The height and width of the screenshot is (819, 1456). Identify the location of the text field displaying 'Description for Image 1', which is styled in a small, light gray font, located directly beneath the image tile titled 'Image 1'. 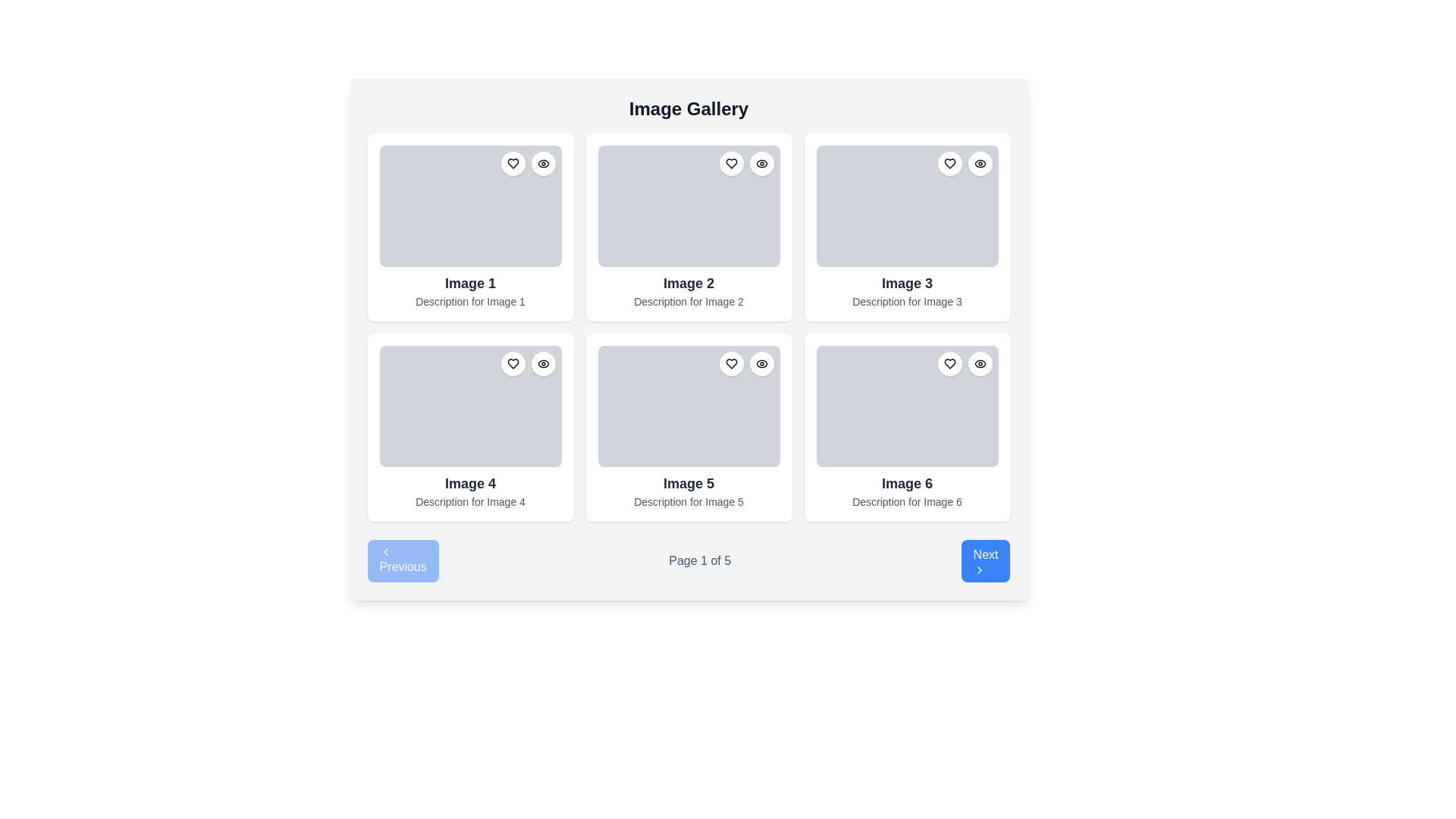
(469, 301).